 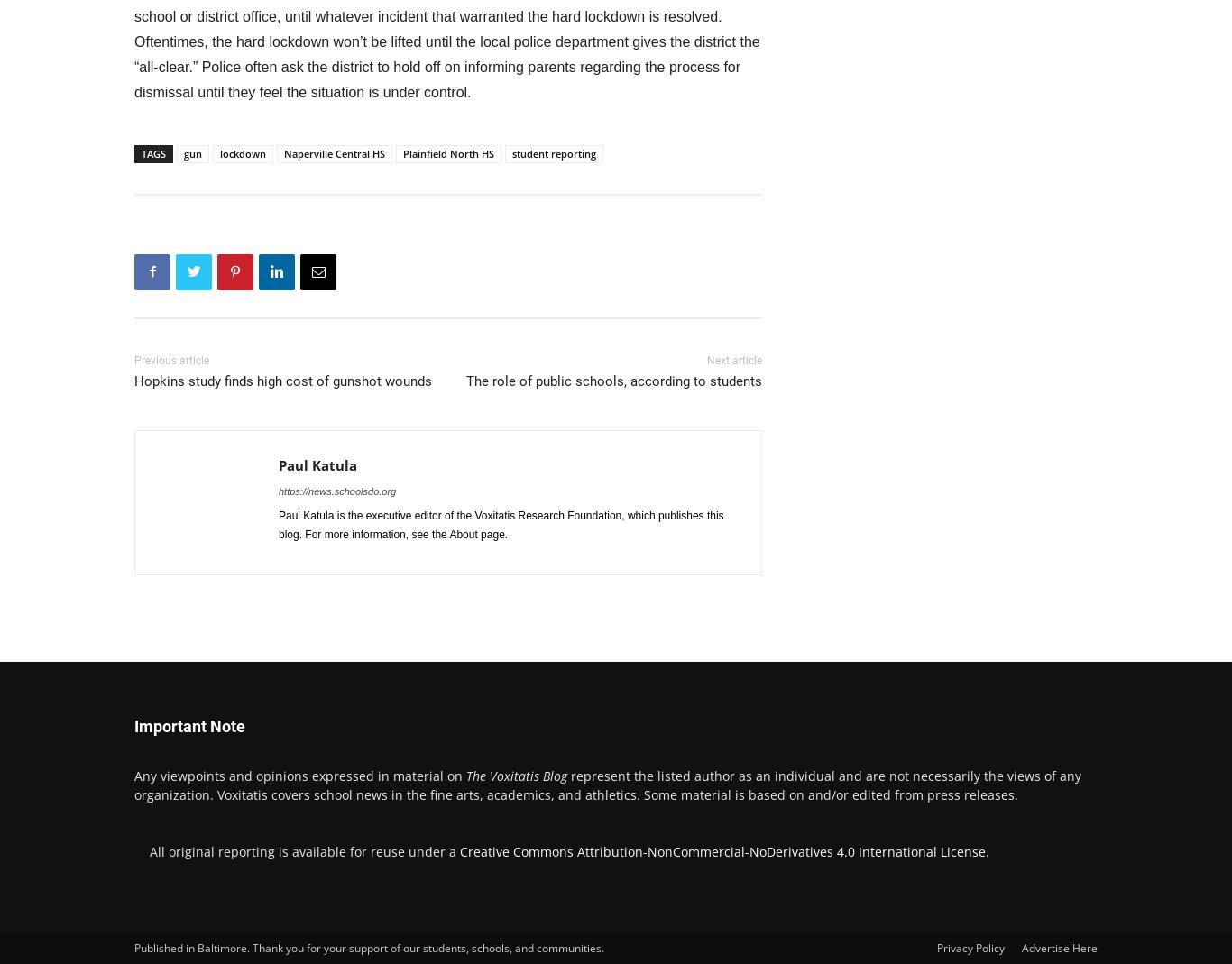 I want to click on 'represent the listed author as an individual and are not necessarily the views of any organization. Voxitatis covers school news in the fine arts, academics, and athletics. Some material is based on and/or edited from press releases.', so click(x=606, y=783).